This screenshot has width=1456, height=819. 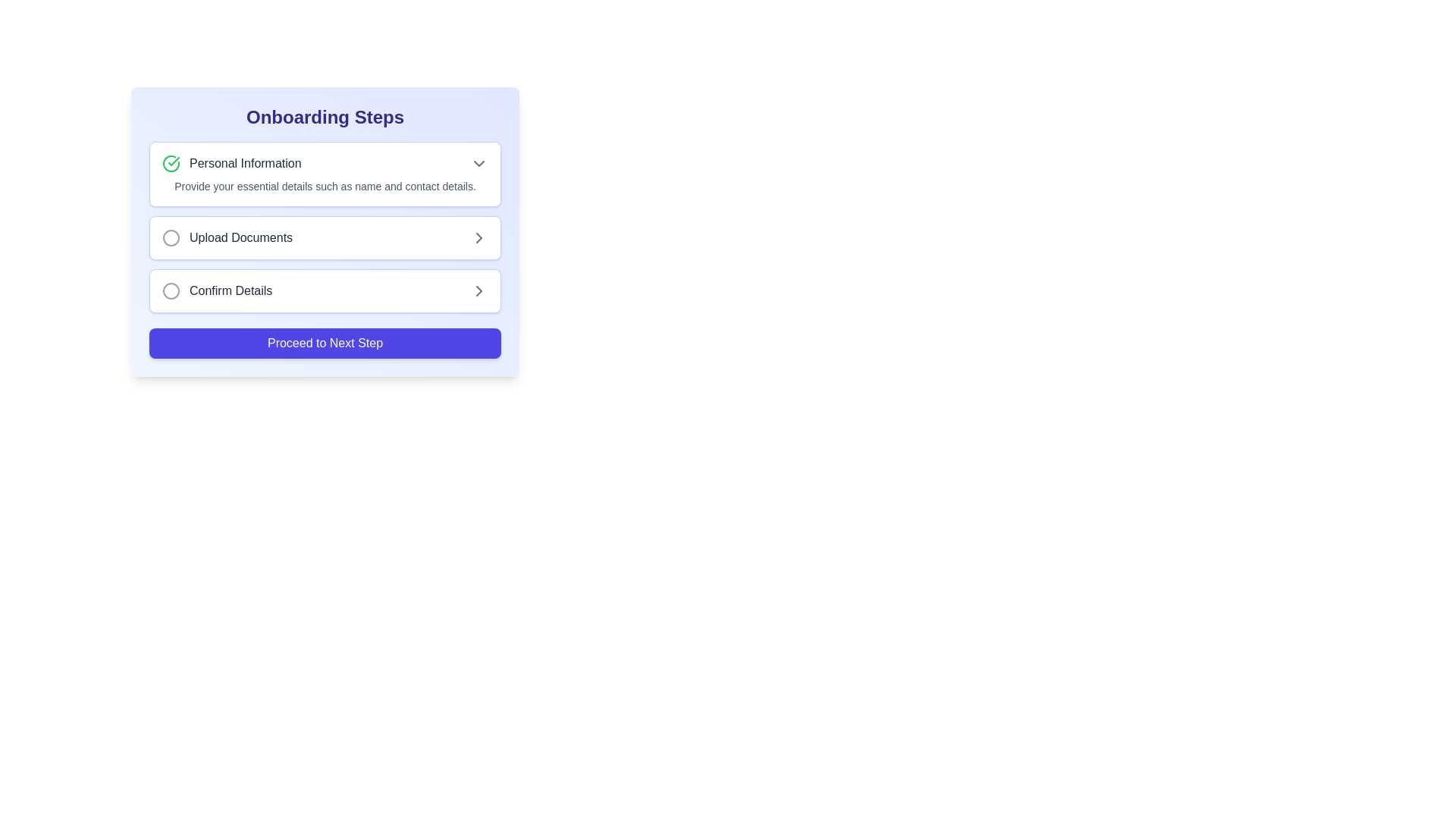 I want to click on the rightward chevron arrow icon located at the far right of the 'Confirm Details' list item, so click(x=479, y=291).